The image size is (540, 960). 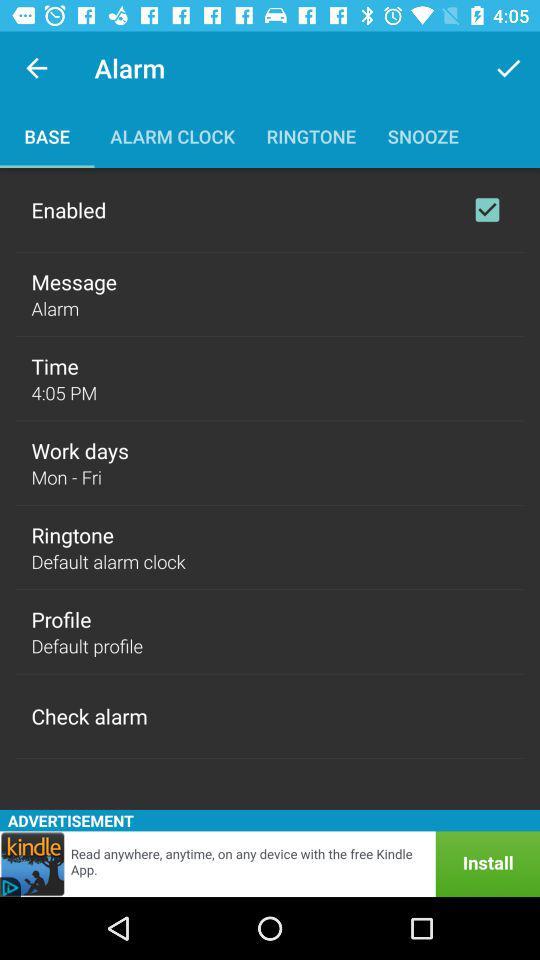 What do you see at coordinates (486, 210) in the screenshot?
I see `enable/disable alarm` at bounding box center [486, 210].